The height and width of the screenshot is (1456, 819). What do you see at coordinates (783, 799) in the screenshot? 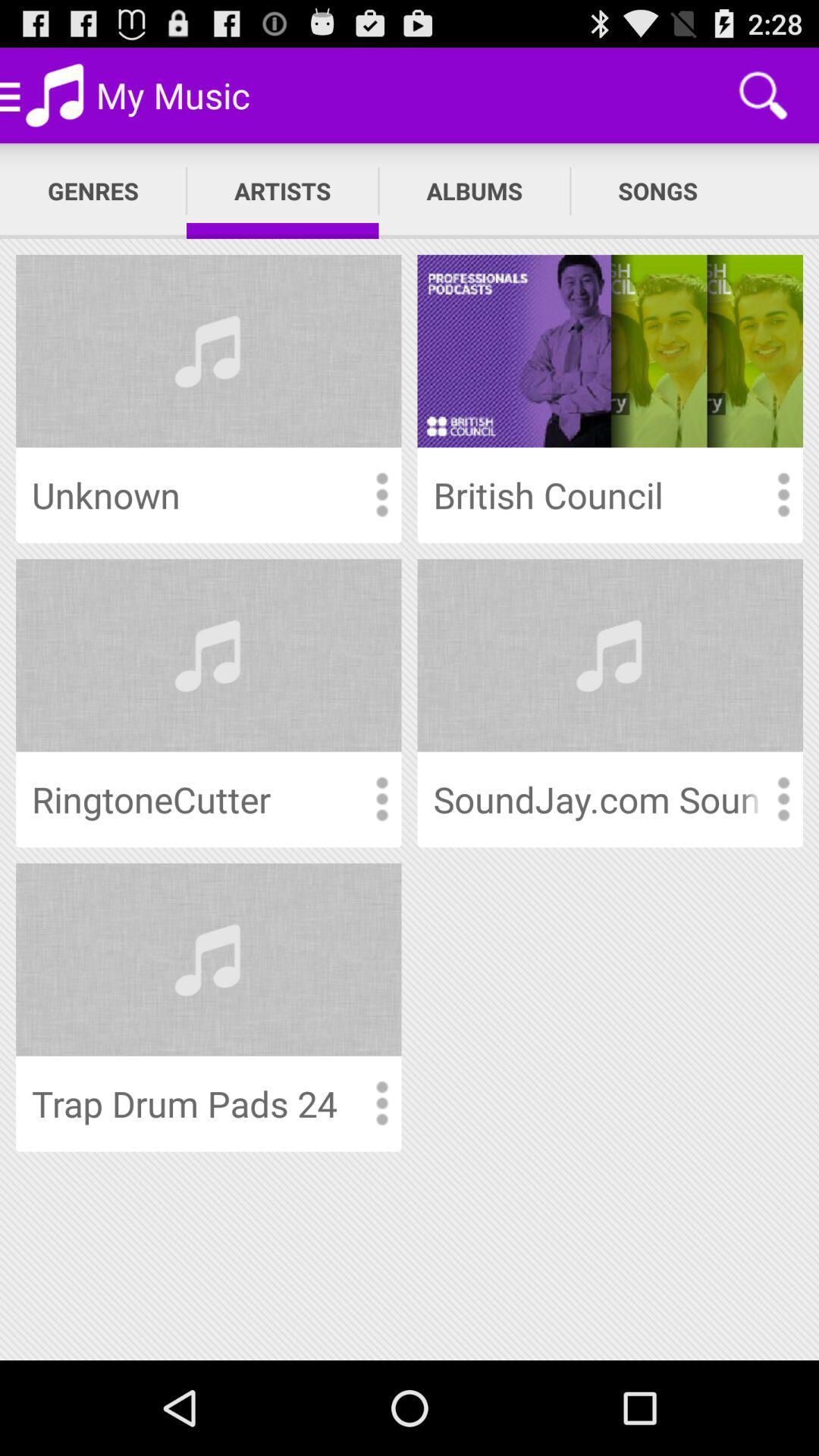
I see `see more options from this artist` at bounding box center [783, 799].